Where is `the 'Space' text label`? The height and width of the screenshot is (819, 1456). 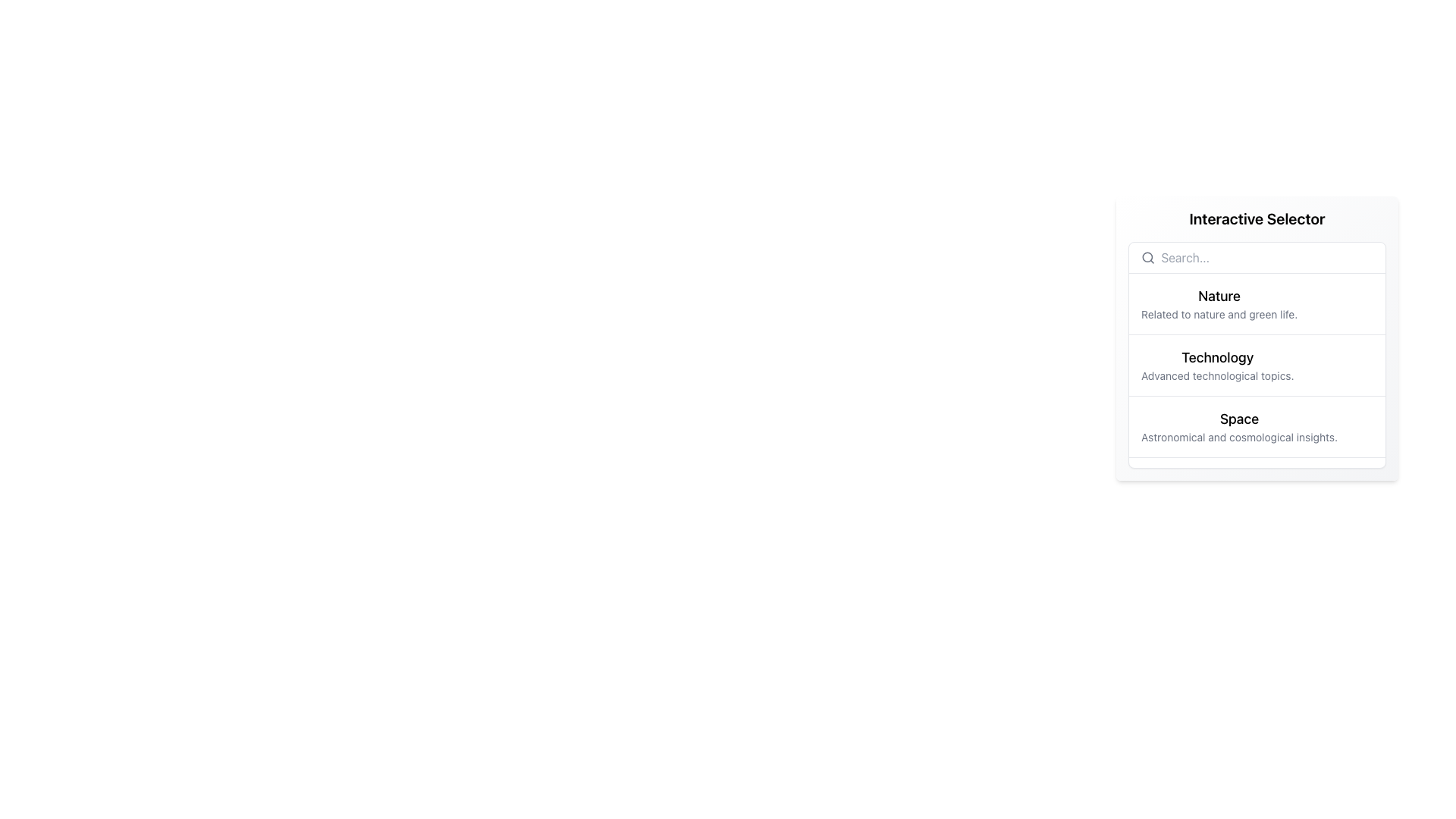 the 'Space' text label is located at coordinates (1238, 419).